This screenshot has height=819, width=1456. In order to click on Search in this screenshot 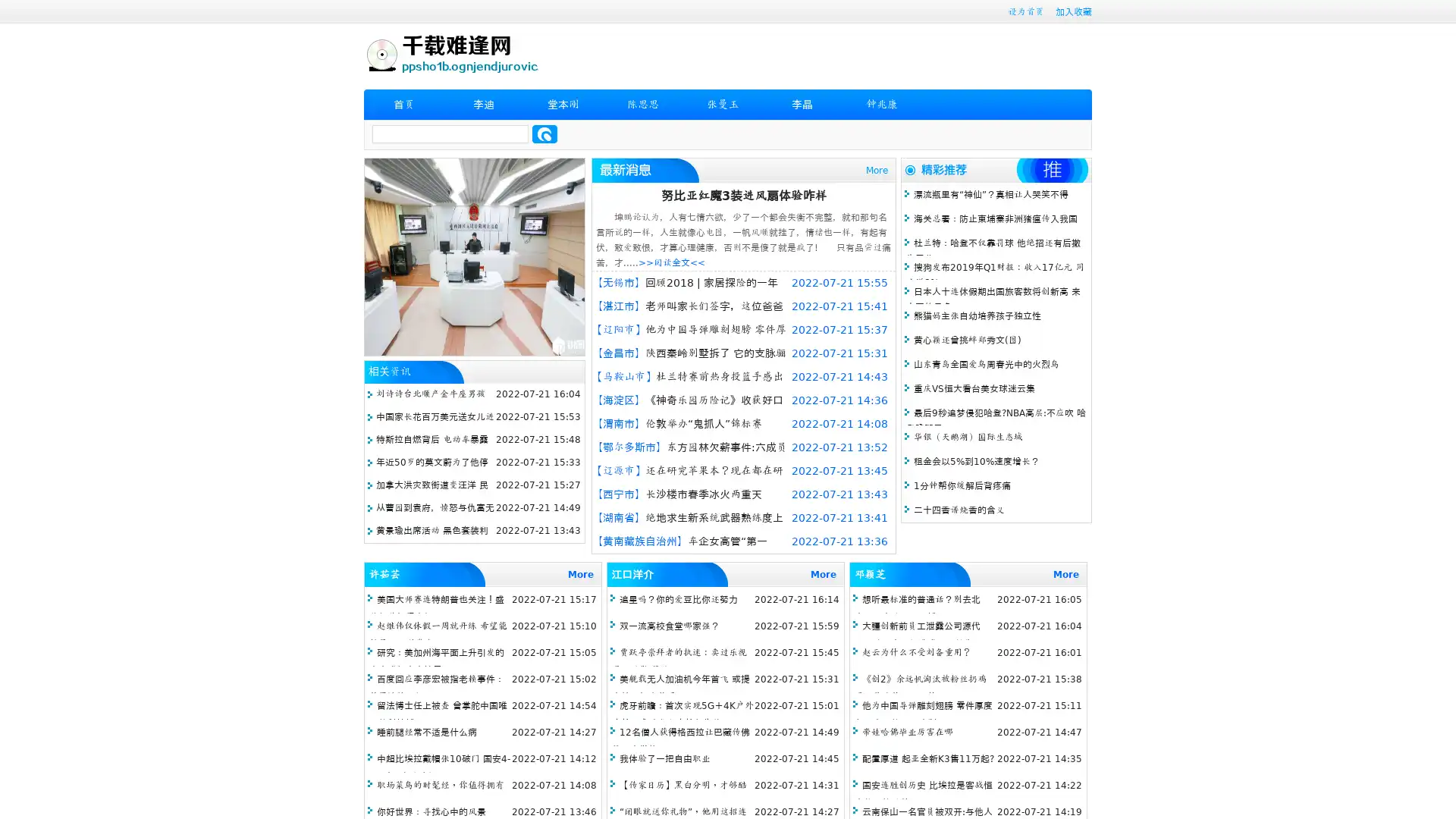, I will do `click(544, 133)`.